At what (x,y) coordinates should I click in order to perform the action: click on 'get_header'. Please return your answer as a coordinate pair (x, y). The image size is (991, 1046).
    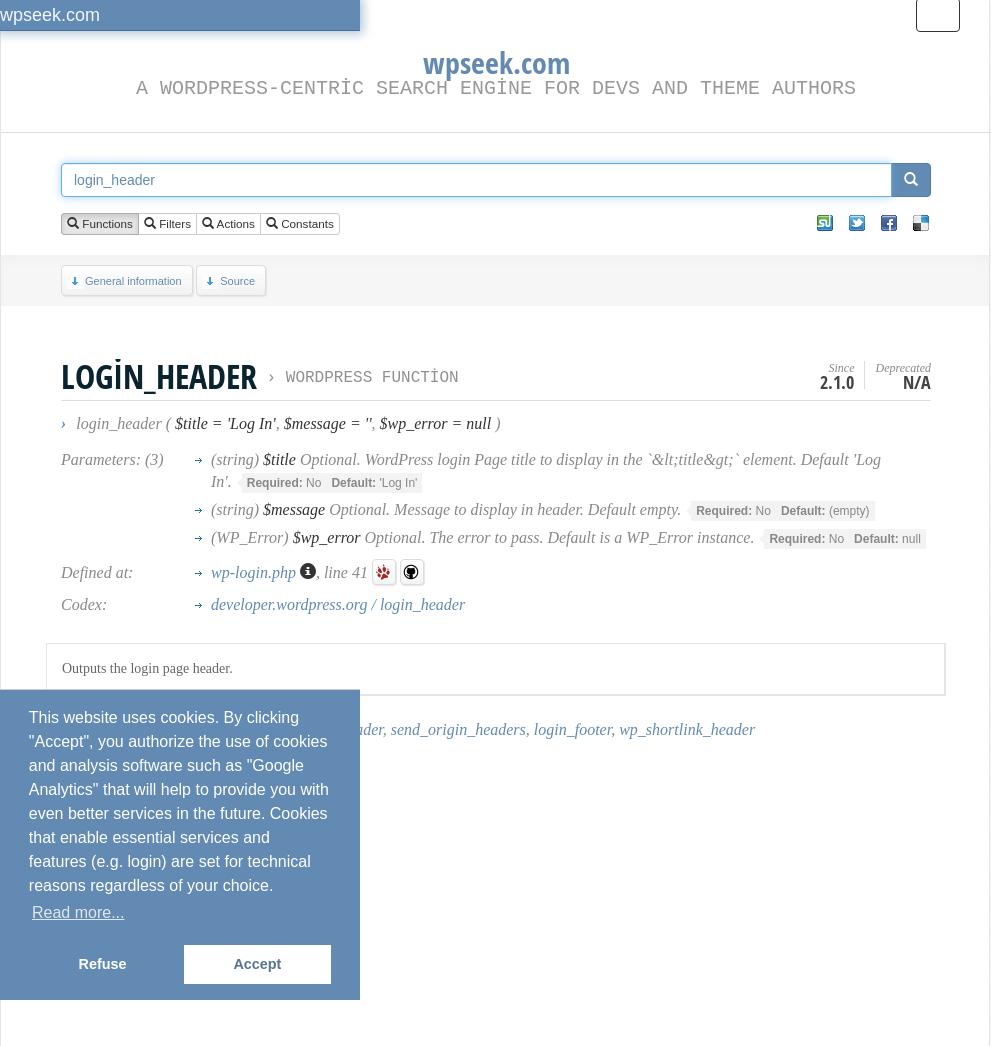
    Looking at the image, I should click on (186, 729).